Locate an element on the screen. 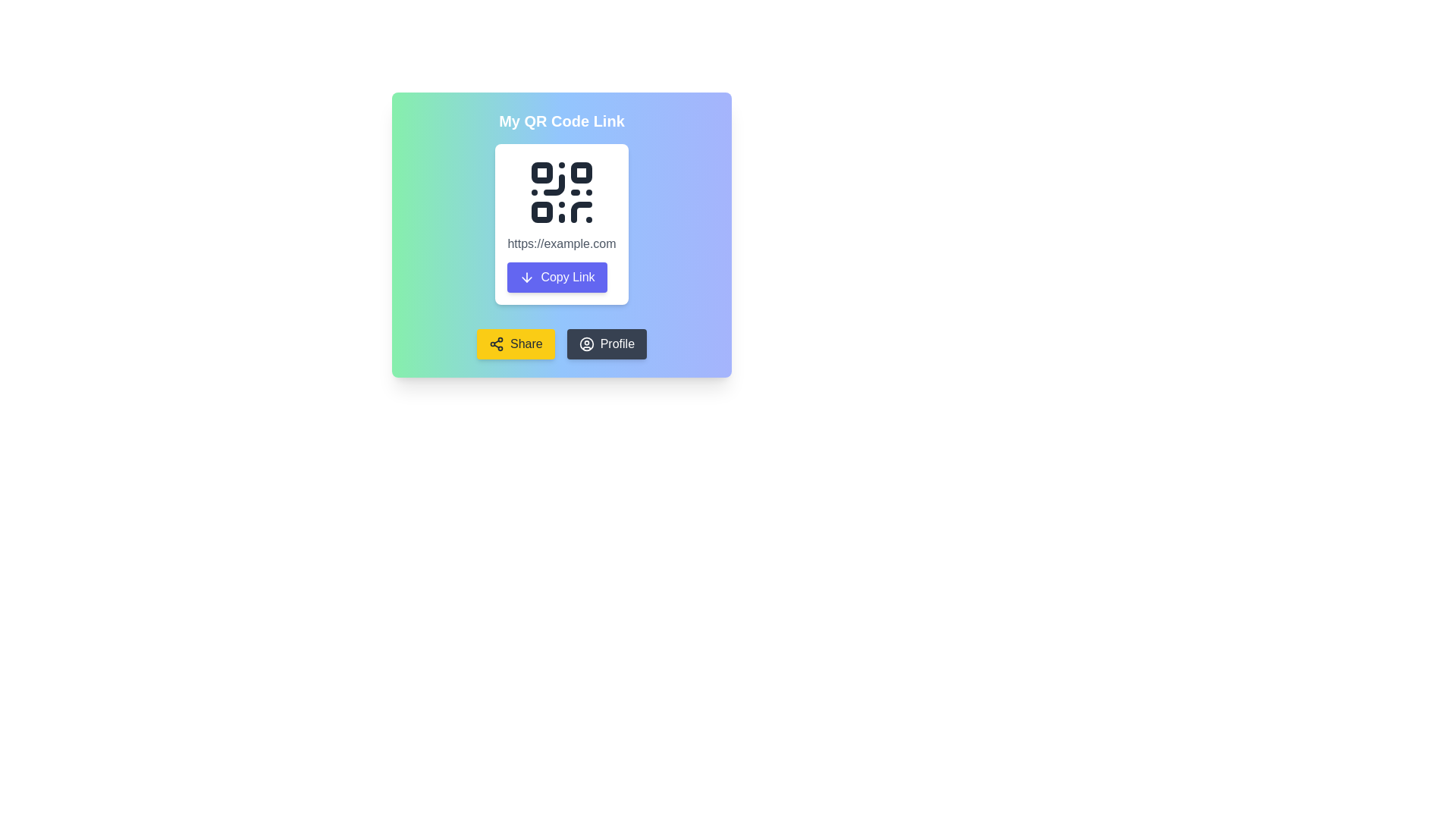 This screenshot has height=819, width=1456. the 'Copy Link' button which is a rectangular button with a purple background and white text, located at the lower part of the card containing a QR code is located at coordinates (556, 278).